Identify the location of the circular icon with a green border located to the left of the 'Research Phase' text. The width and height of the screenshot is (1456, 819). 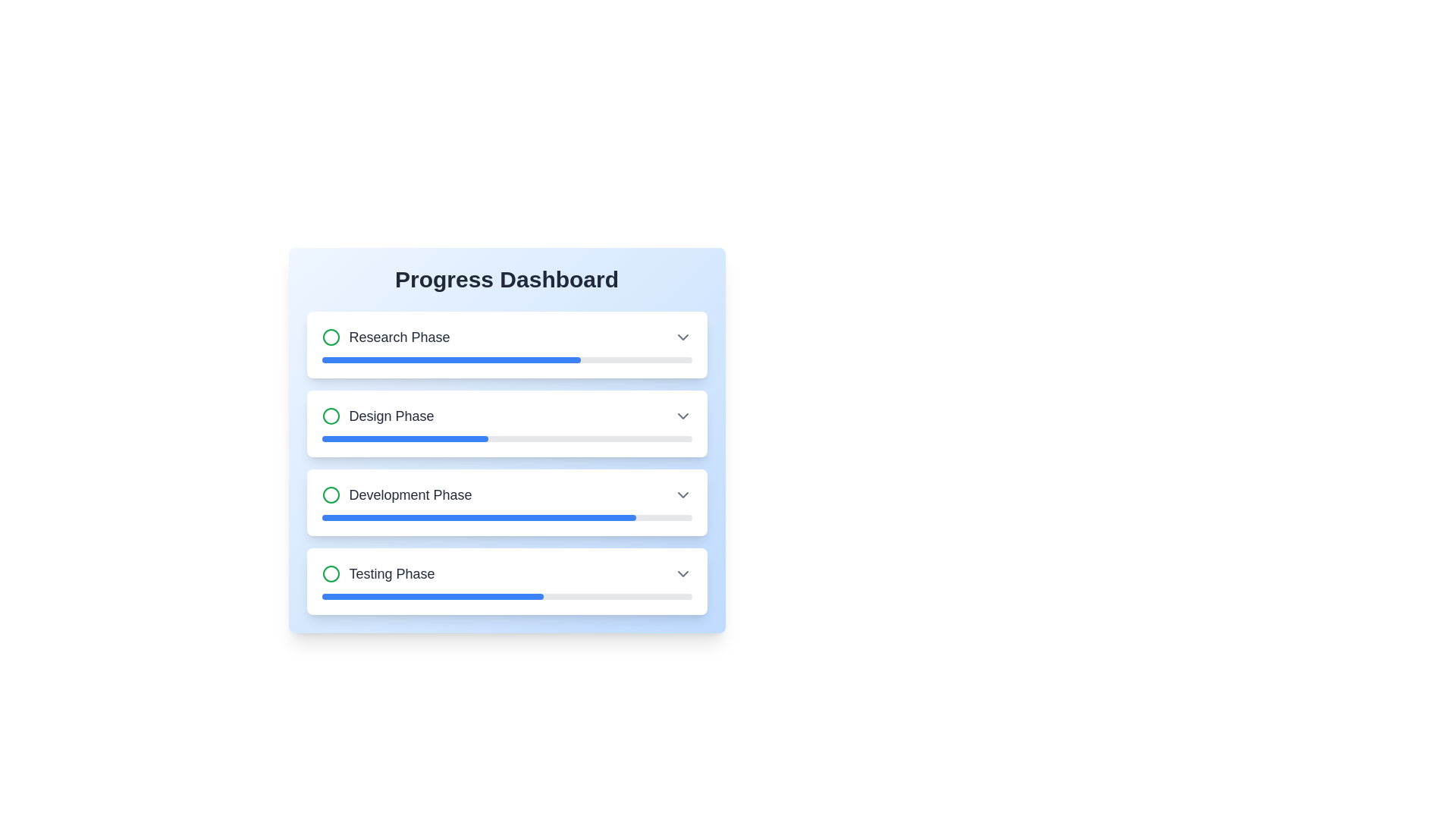
(330, 336).